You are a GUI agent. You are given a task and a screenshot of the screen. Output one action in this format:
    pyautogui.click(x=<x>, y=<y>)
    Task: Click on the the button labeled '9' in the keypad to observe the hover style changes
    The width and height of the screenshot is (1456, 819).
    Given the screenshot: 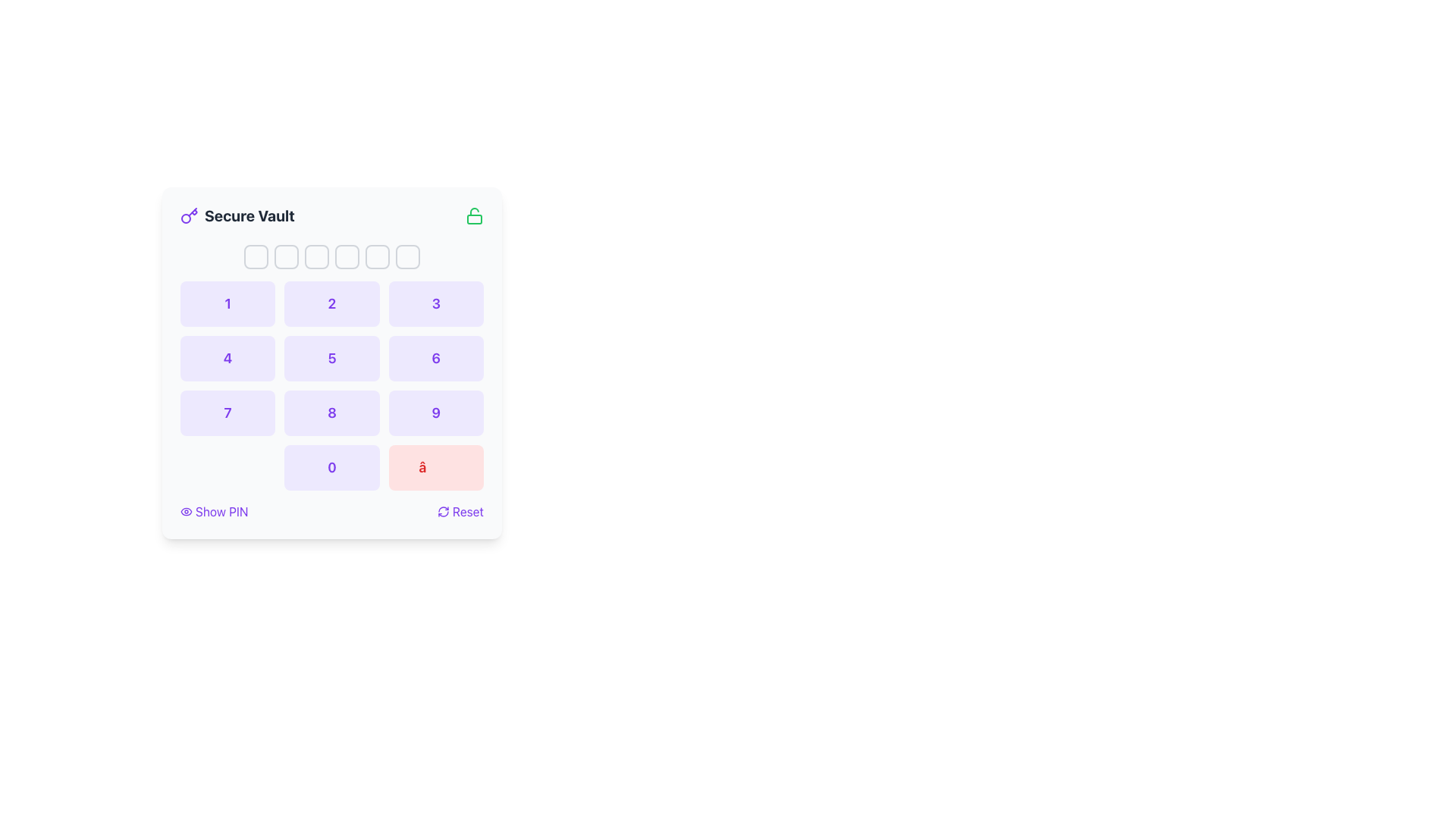 What is the action you would take?
    pyautogui.click(x=435, y=413)
    